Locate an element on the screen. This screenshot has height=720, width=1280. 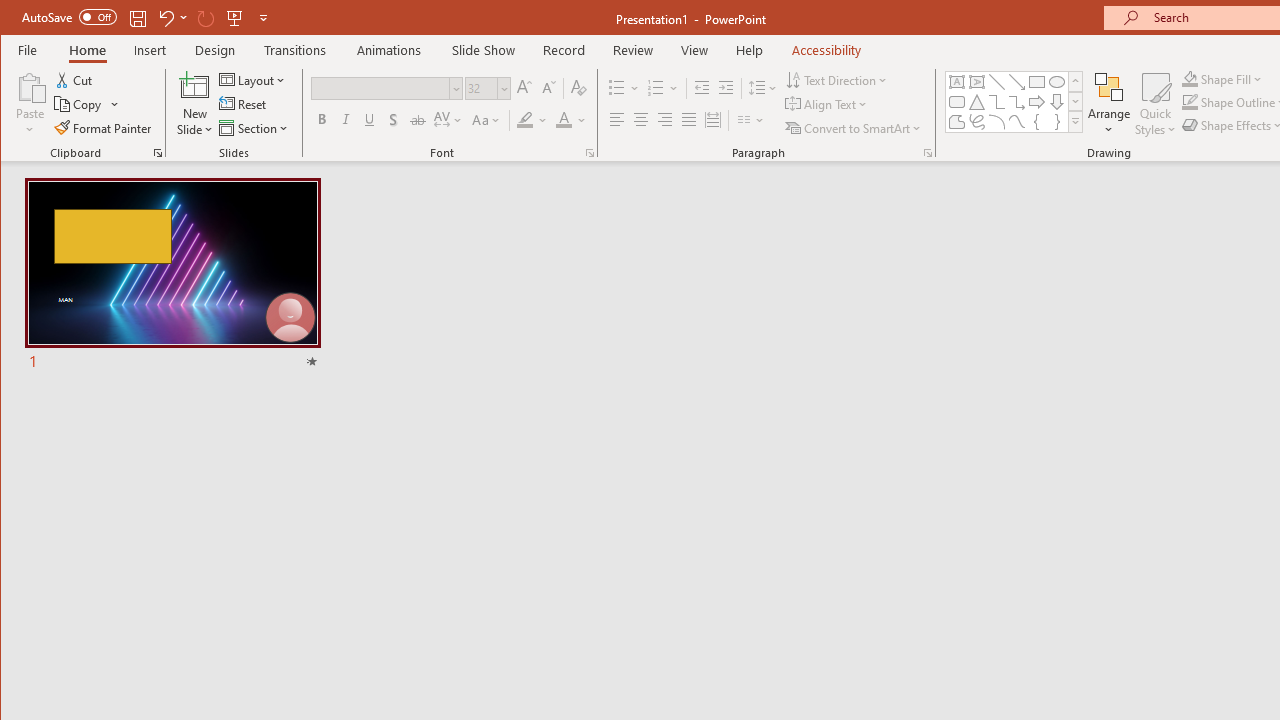
'Format Painter' is located at coordinates (103, 128).